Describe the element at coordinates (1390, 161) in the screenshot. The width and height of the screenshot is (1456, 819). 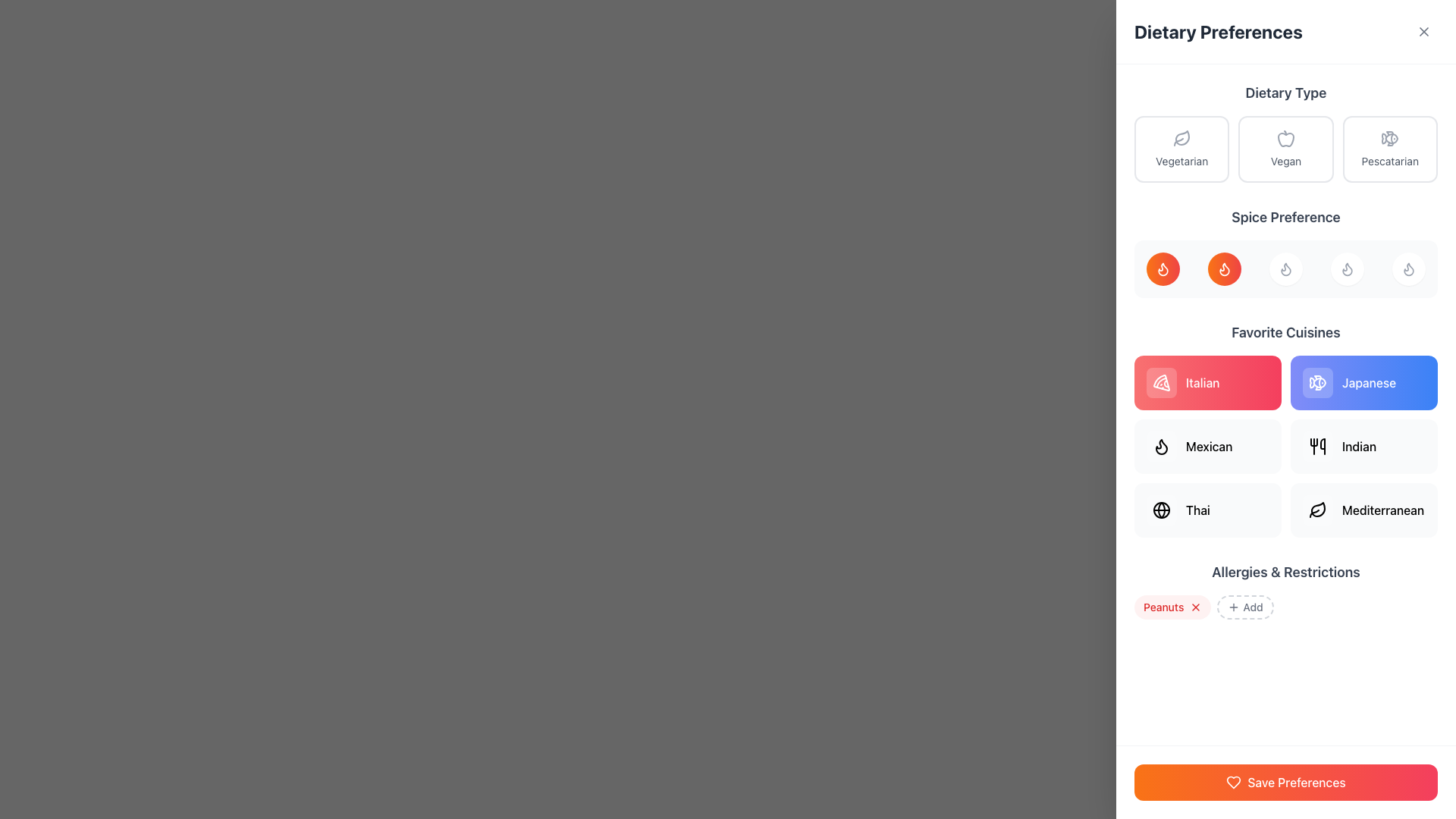
I see `the 'Pescatarian' dietary type label in the 'Dietary Preferences' form, which is the third option in the list after 'Vegetarian' and 'Vegan'` at that location.